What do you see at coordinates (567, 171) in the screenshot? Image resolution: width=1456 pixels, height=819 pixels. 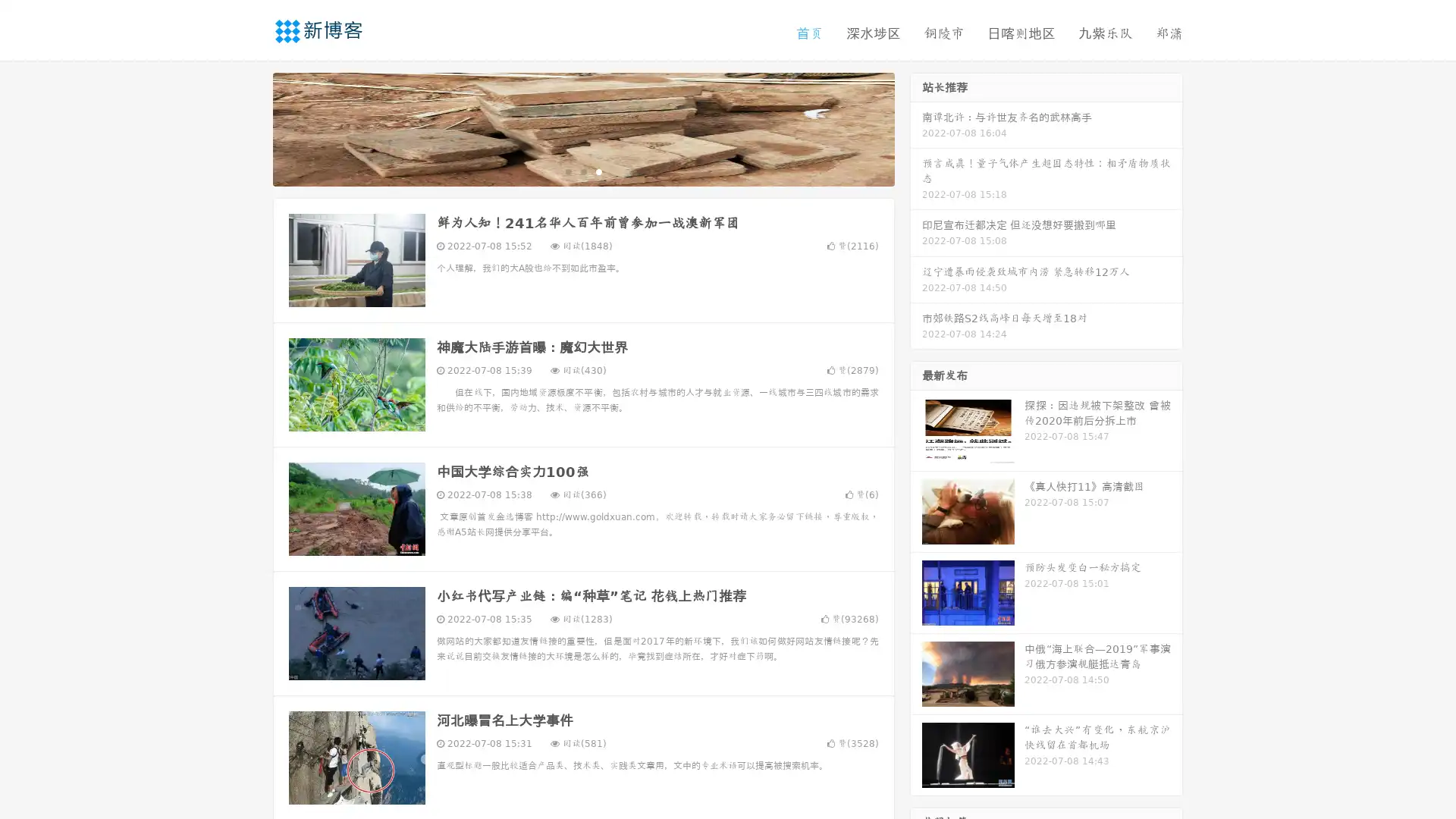 I see `Go to slide 1` at bounding box center [567, 171].